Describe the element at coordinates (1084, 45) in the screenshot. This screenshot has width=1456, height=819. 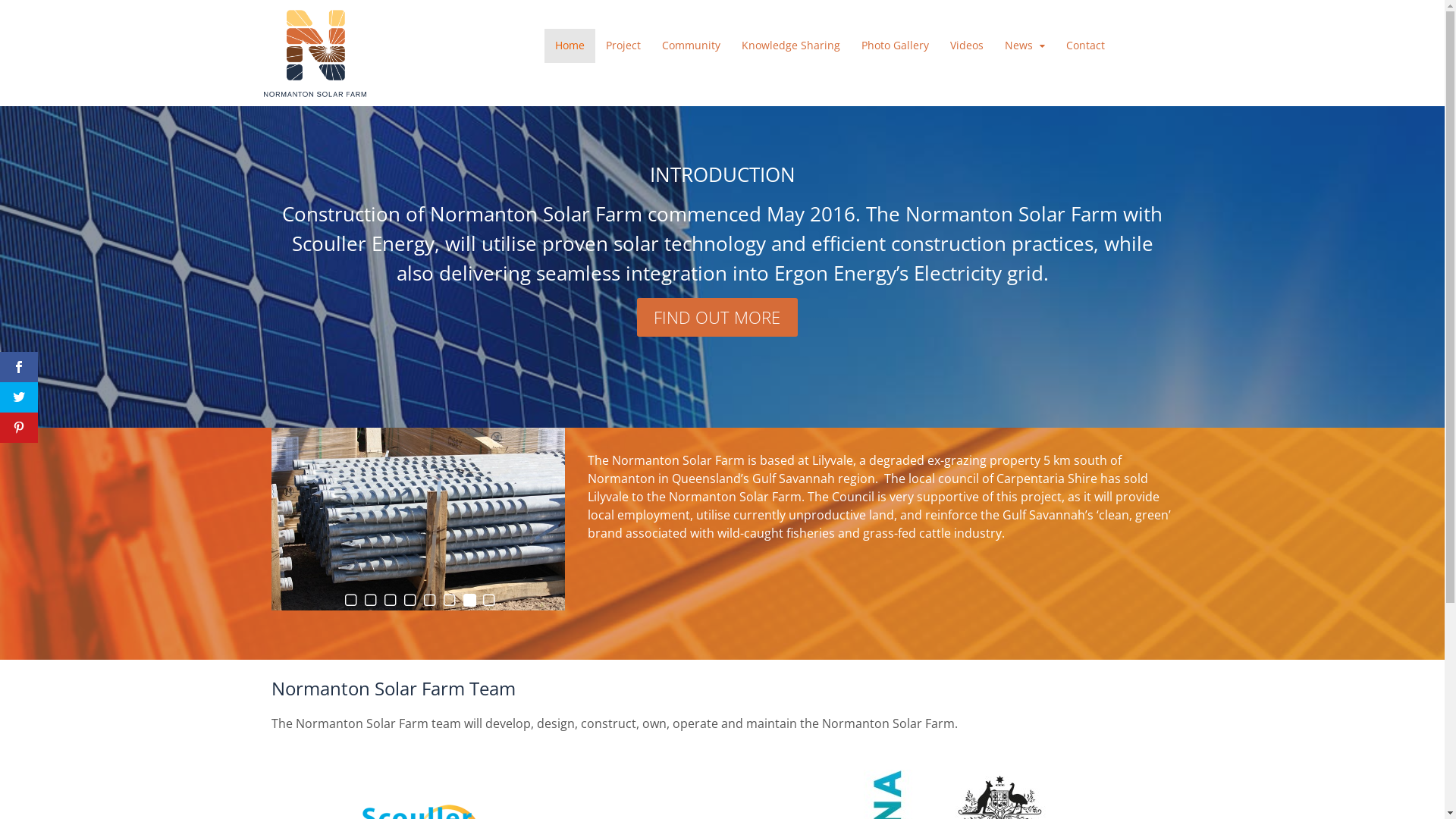
I see `'Contact'` at that location.